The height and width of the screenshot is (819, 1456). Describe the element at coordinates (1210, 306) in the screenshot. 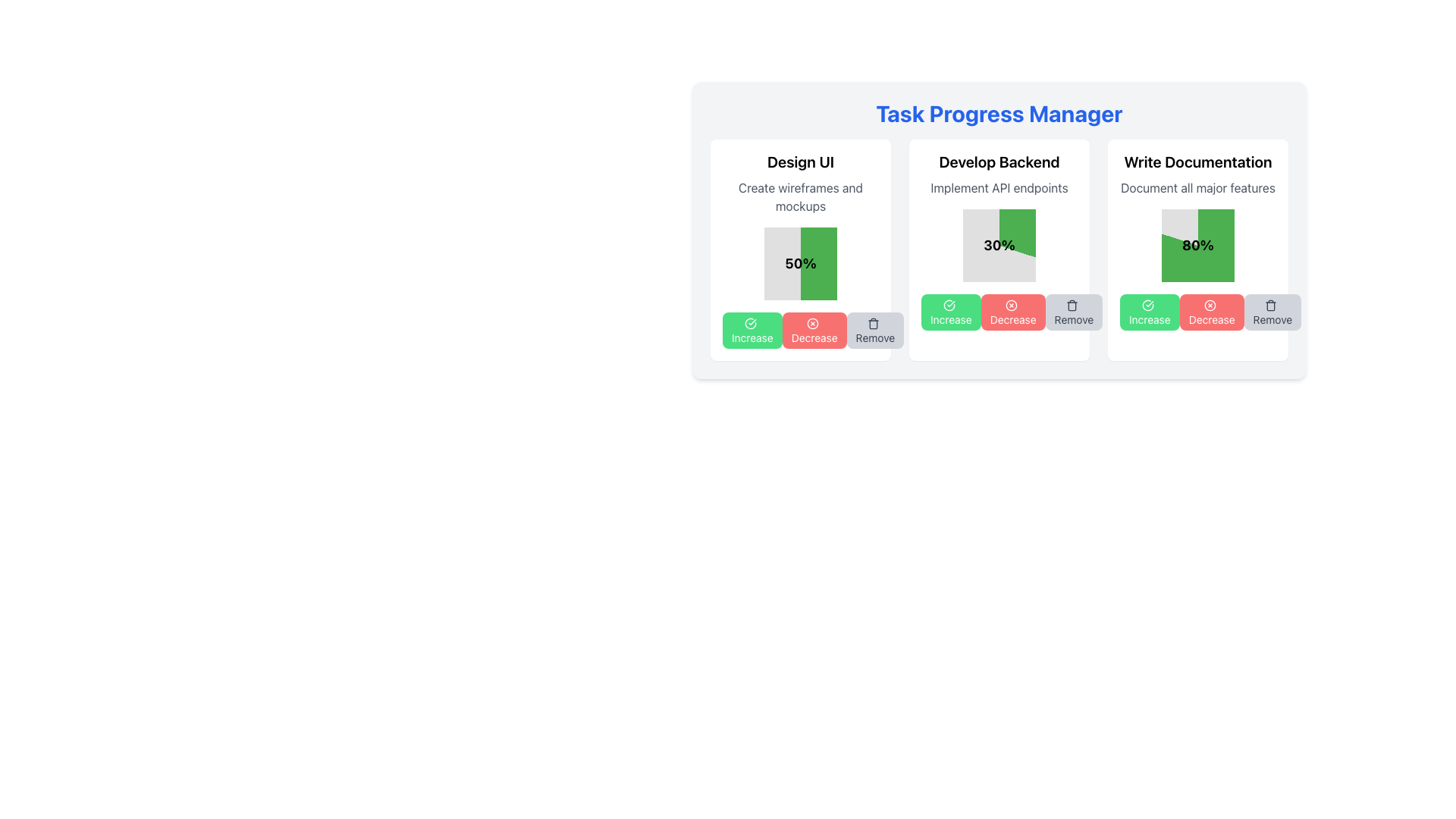

I see `the circular red icon with a white 'x' located within the 'Decrease' button in the 'Write Documentation' section of the task management interface` at that location.